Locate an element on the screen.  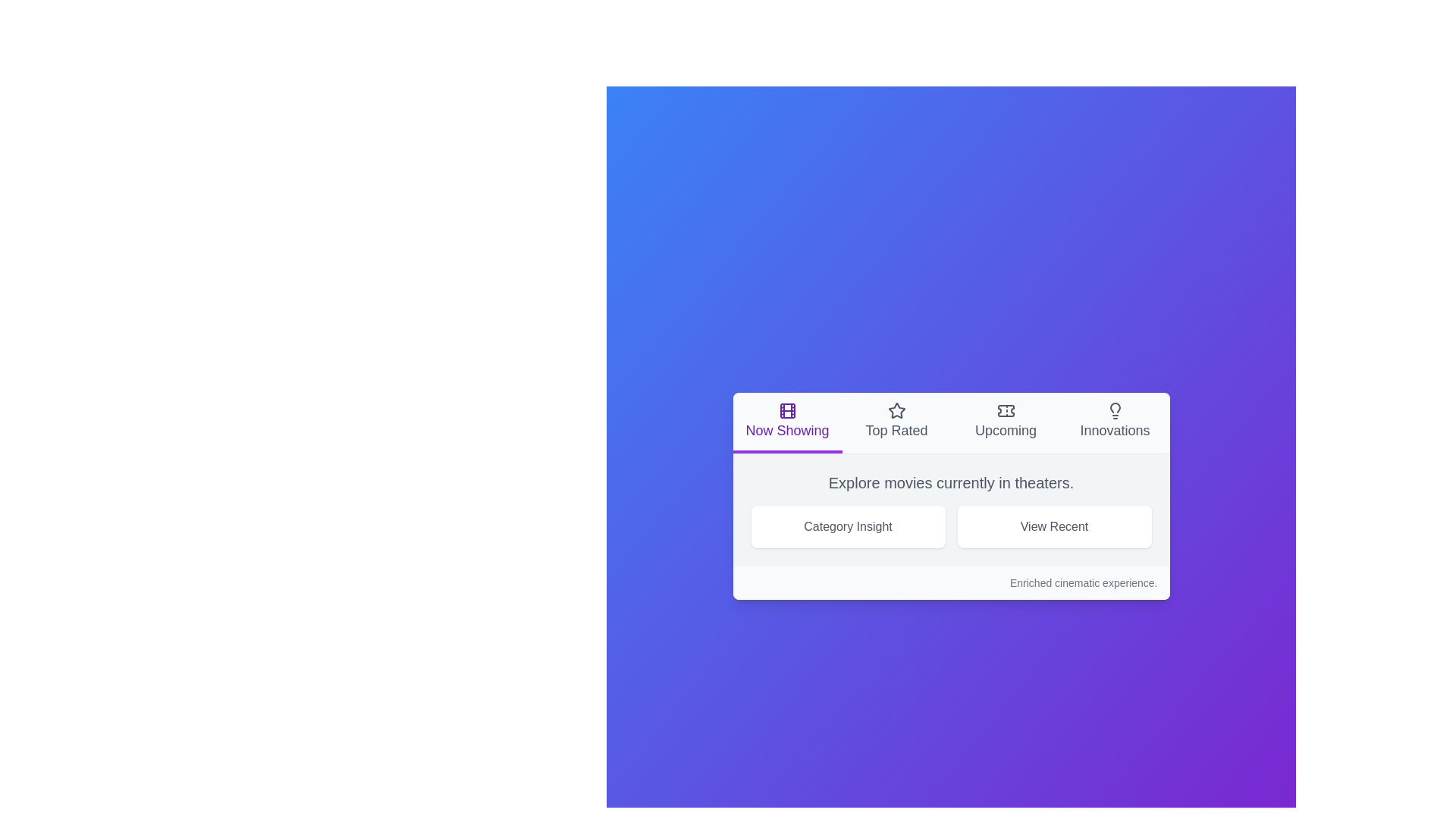
the text label that reads 'Explore movies currently in theaters.' located at the top-middle section of the panel, above the buttons 'Category Insight' and 'View Recent.' is located at coordinates (950, 482).